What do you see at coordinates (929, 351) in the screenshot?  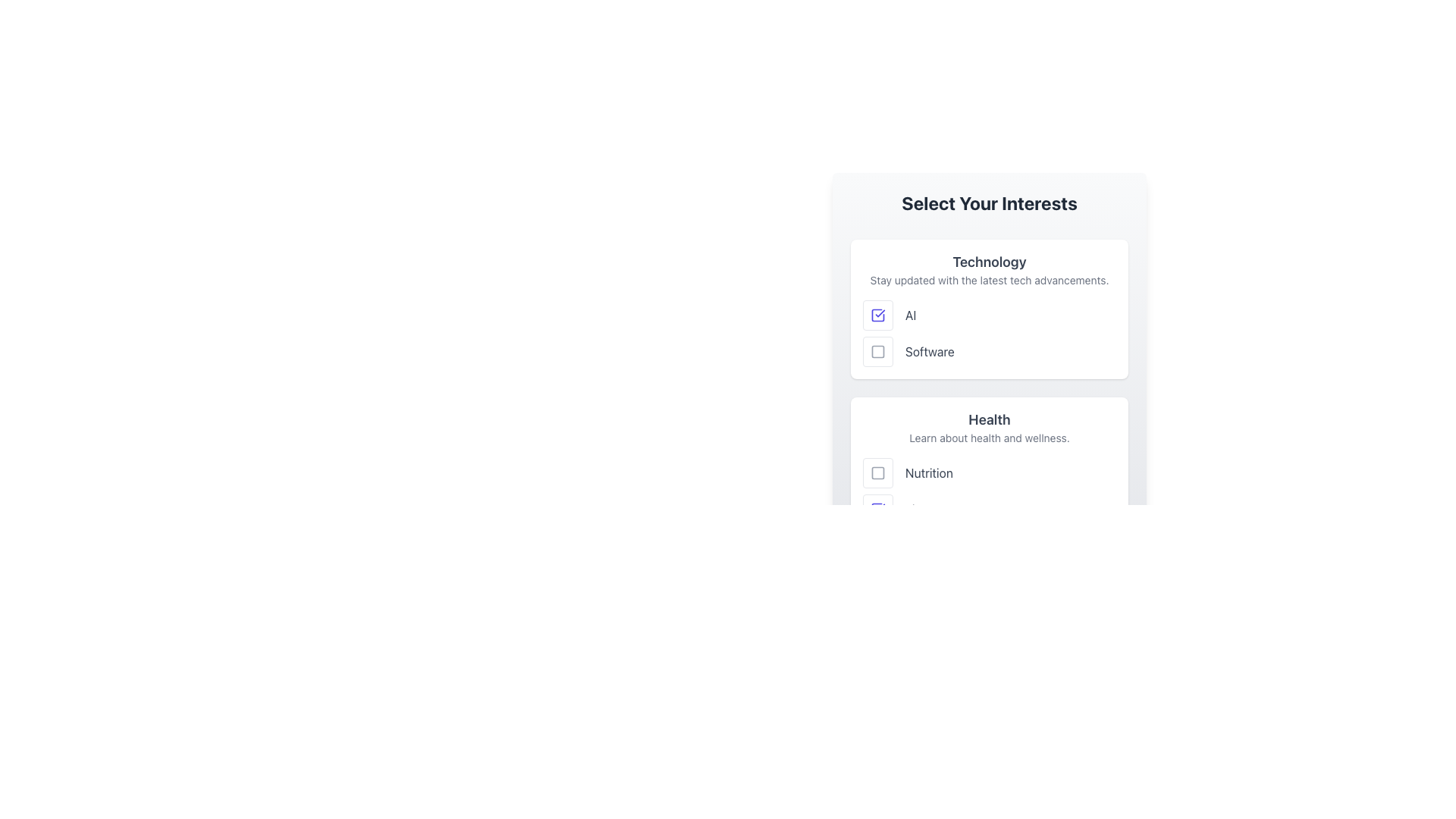 I see `the 'Software' text label in gray font located in the 'Technology' section, positioned to the right of the checkbox icon` at bounding box center [929, 351].